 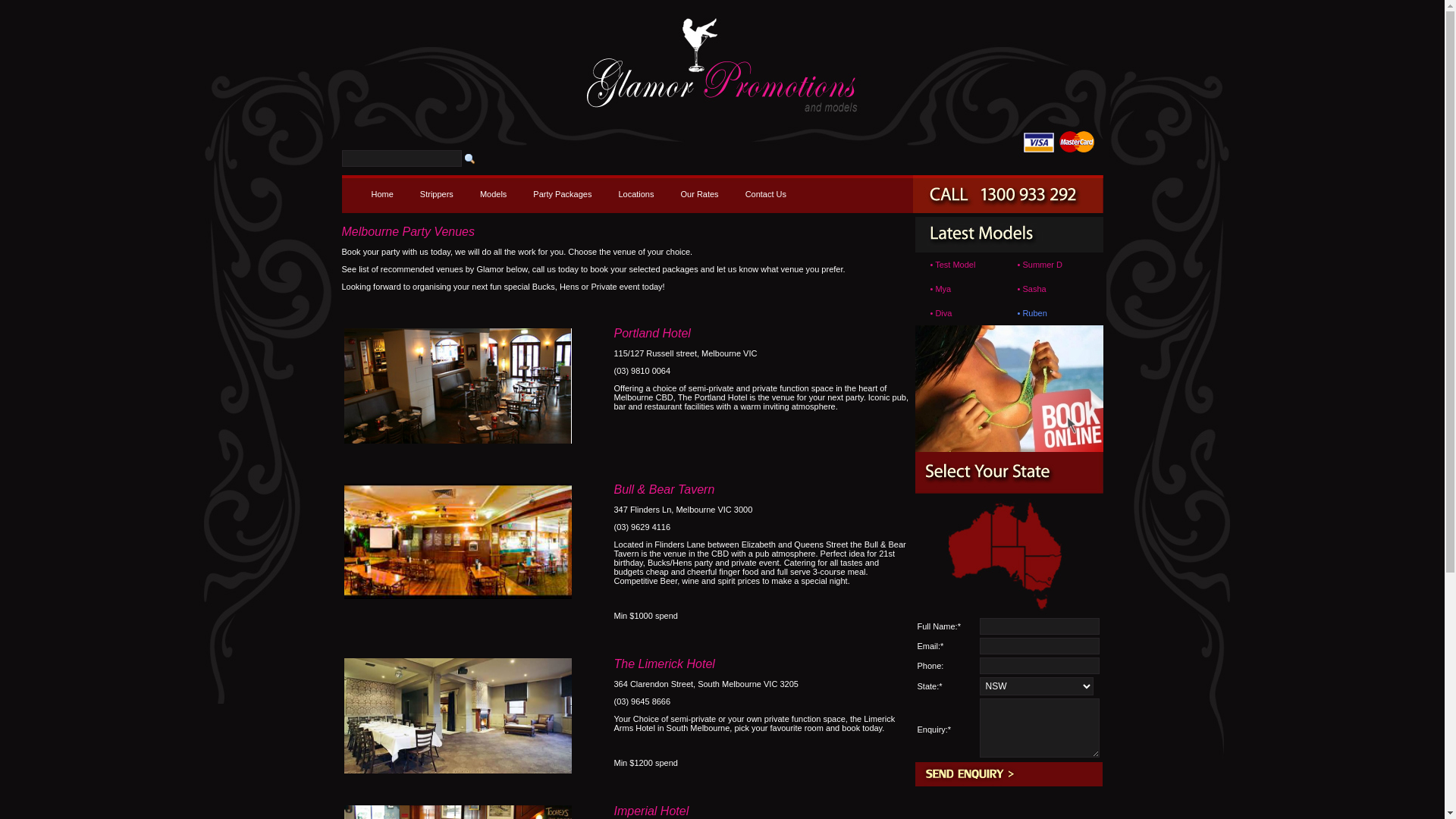 I want to click on 'Party Packages', so click(x=561, y=193).